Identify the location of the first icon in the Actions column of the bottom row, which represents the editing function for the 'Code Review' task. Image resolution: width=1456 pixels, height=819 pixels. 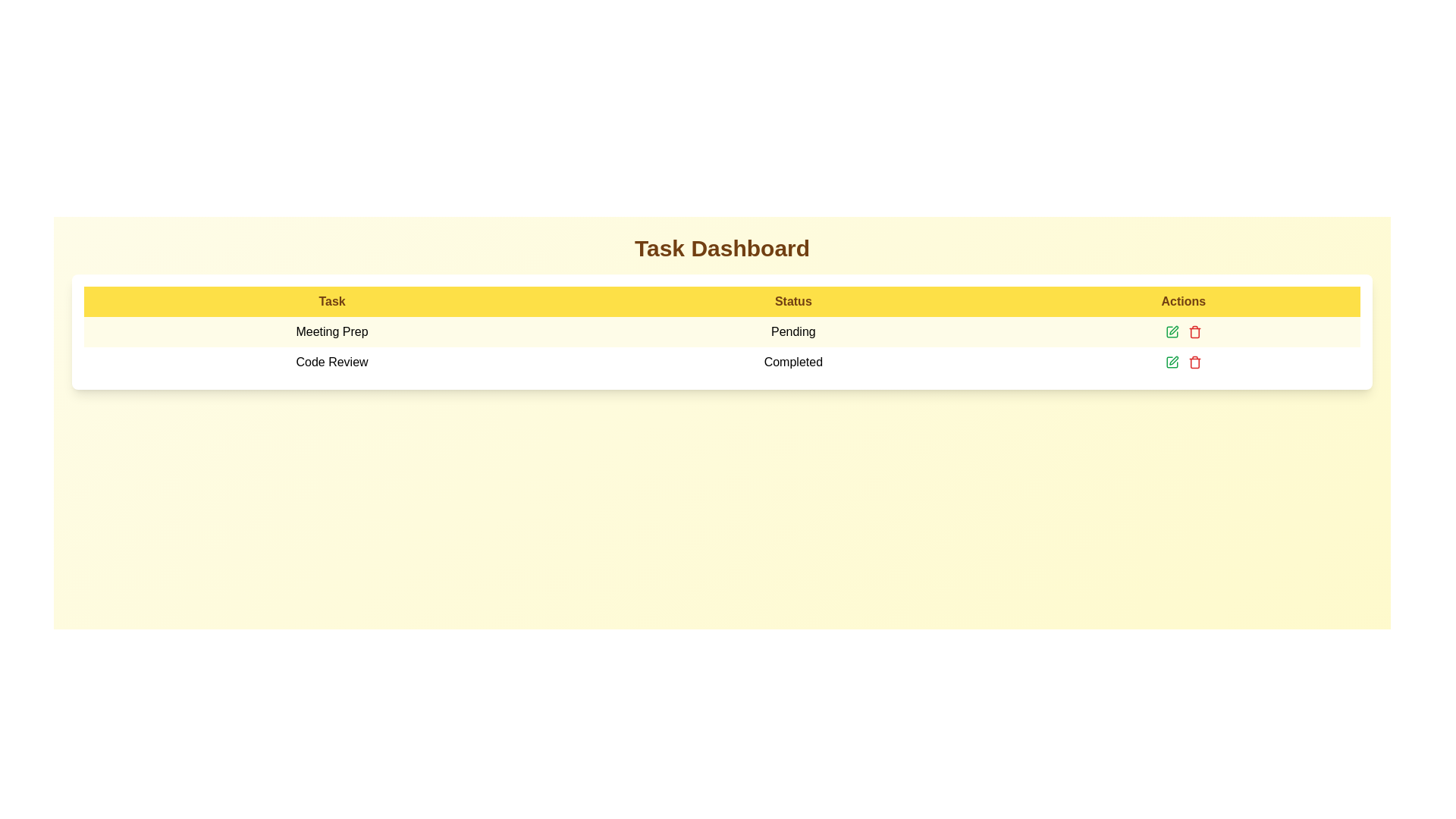
(1173, 360).